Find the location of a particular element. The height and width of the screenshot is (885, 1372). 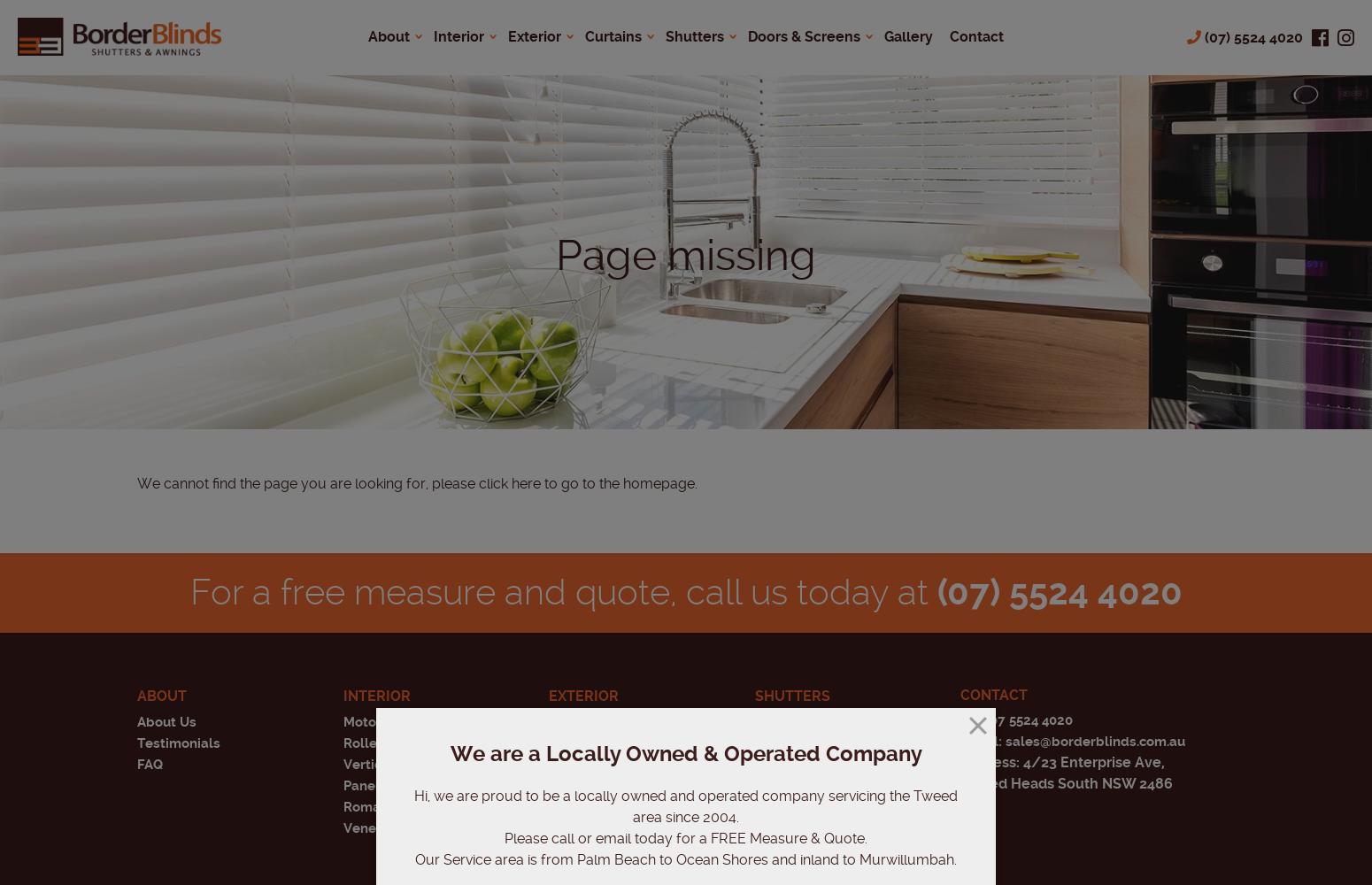

'FAQ' is located at coordinates (149, 764).